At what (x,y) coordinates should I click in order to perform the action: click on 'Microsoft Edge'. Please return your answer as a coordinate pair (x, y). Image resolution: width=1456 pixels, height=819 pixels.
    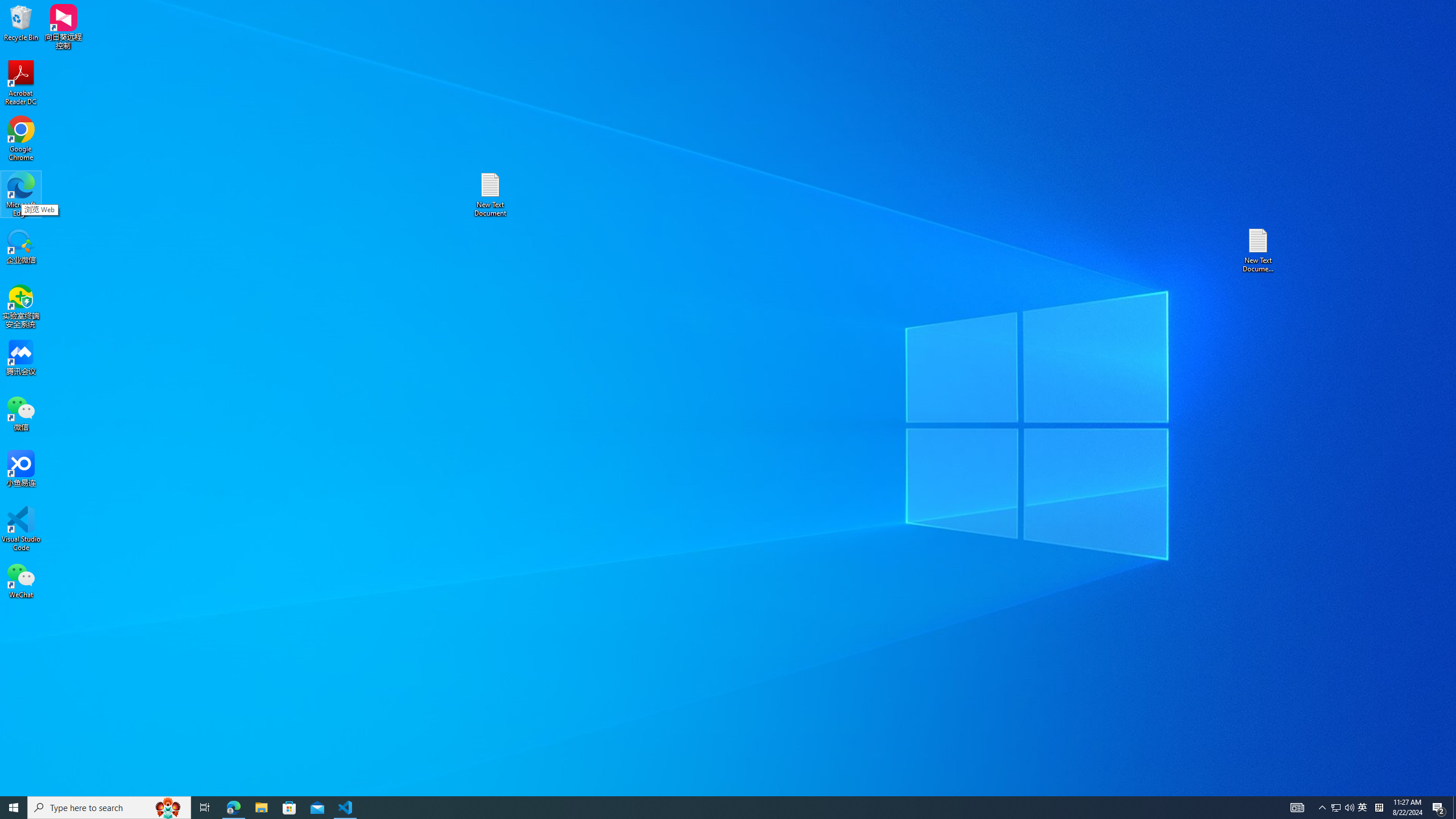
    Looking at the image, I should click on (20, 194).